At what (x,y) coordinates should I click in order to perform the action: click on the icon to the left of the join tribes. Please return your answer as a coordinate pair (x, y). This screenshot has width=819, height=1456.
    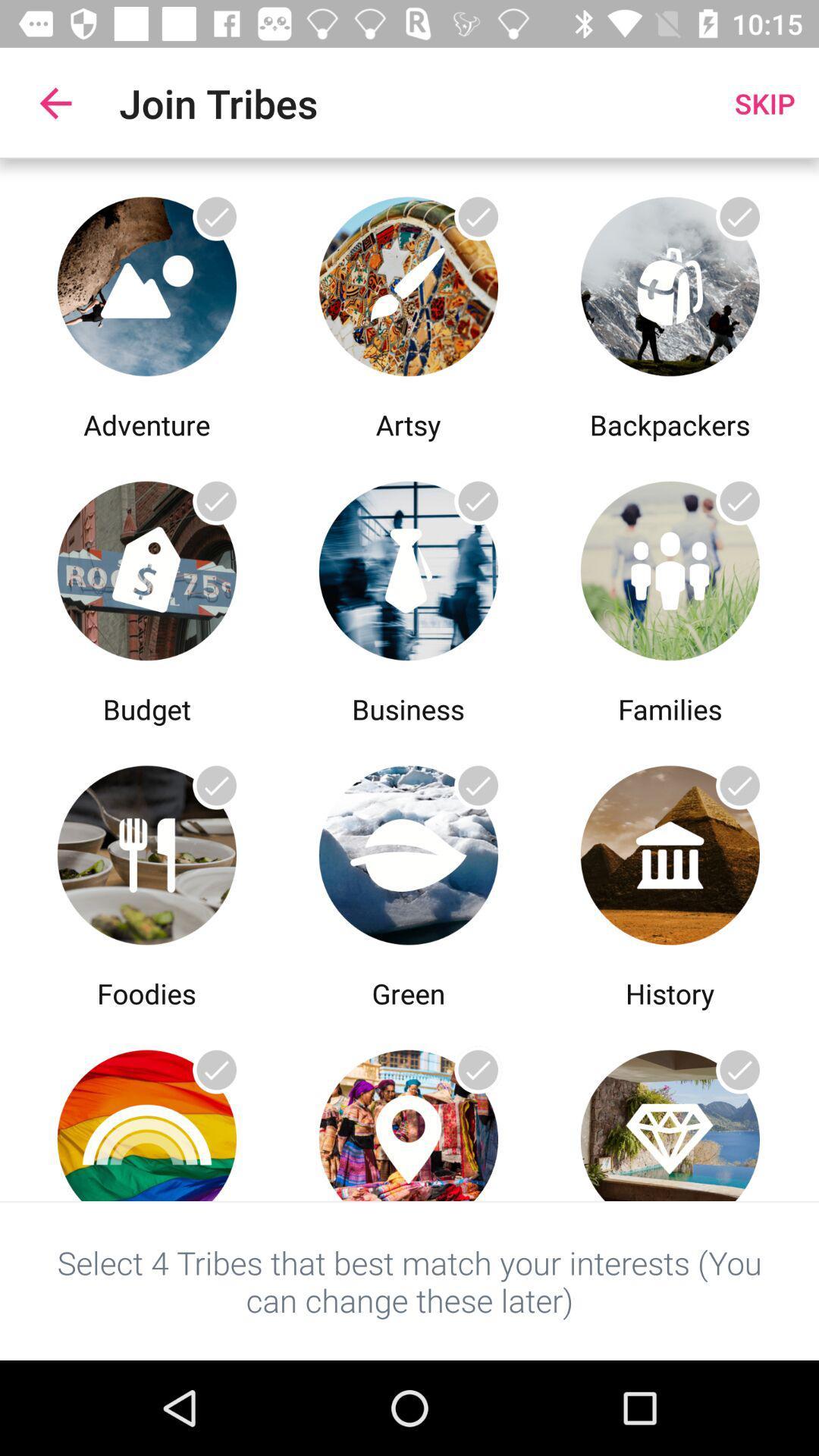
    Looking at the image, I should click on (55, 102).